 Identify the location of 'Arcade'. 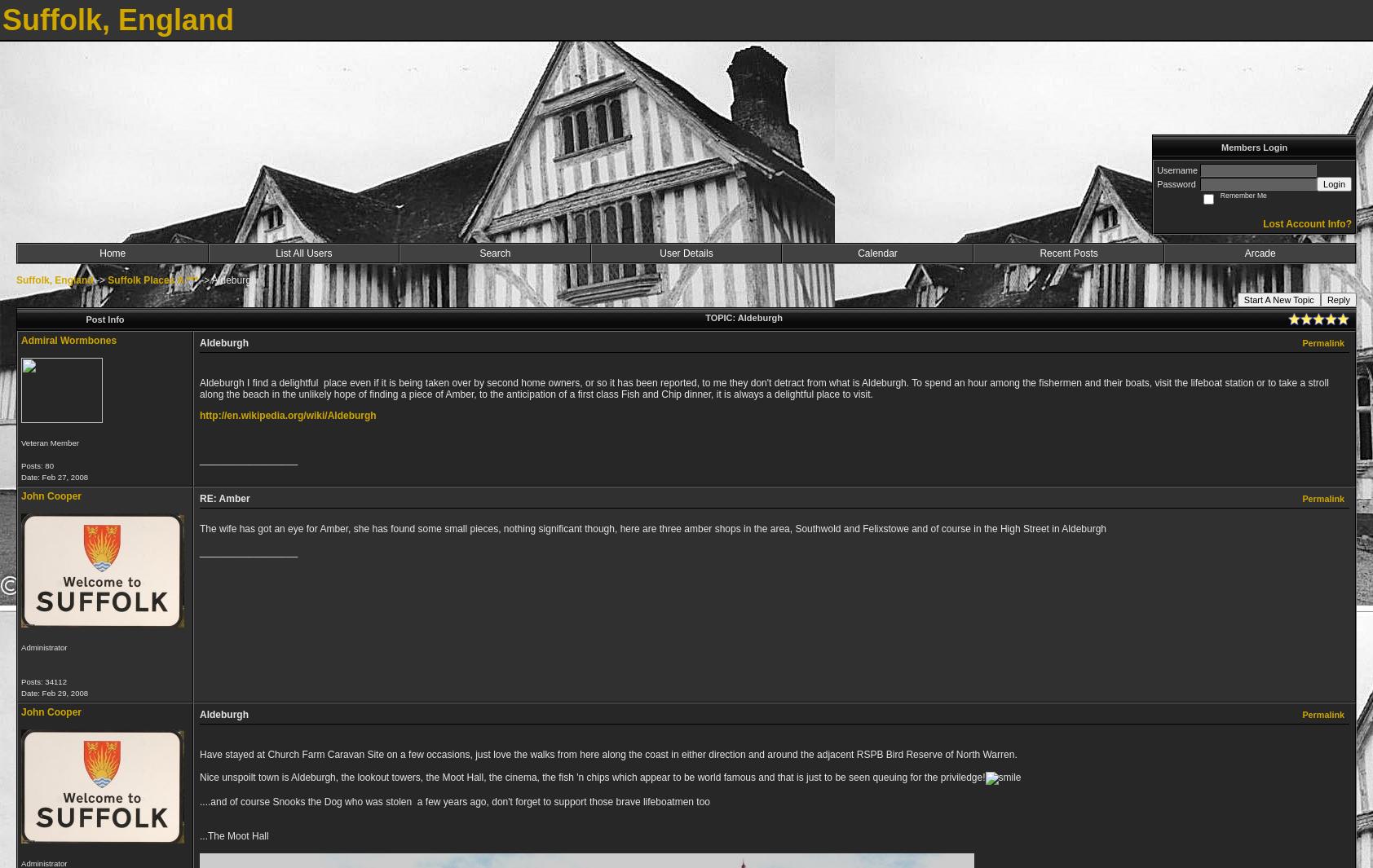
(1244, 252).